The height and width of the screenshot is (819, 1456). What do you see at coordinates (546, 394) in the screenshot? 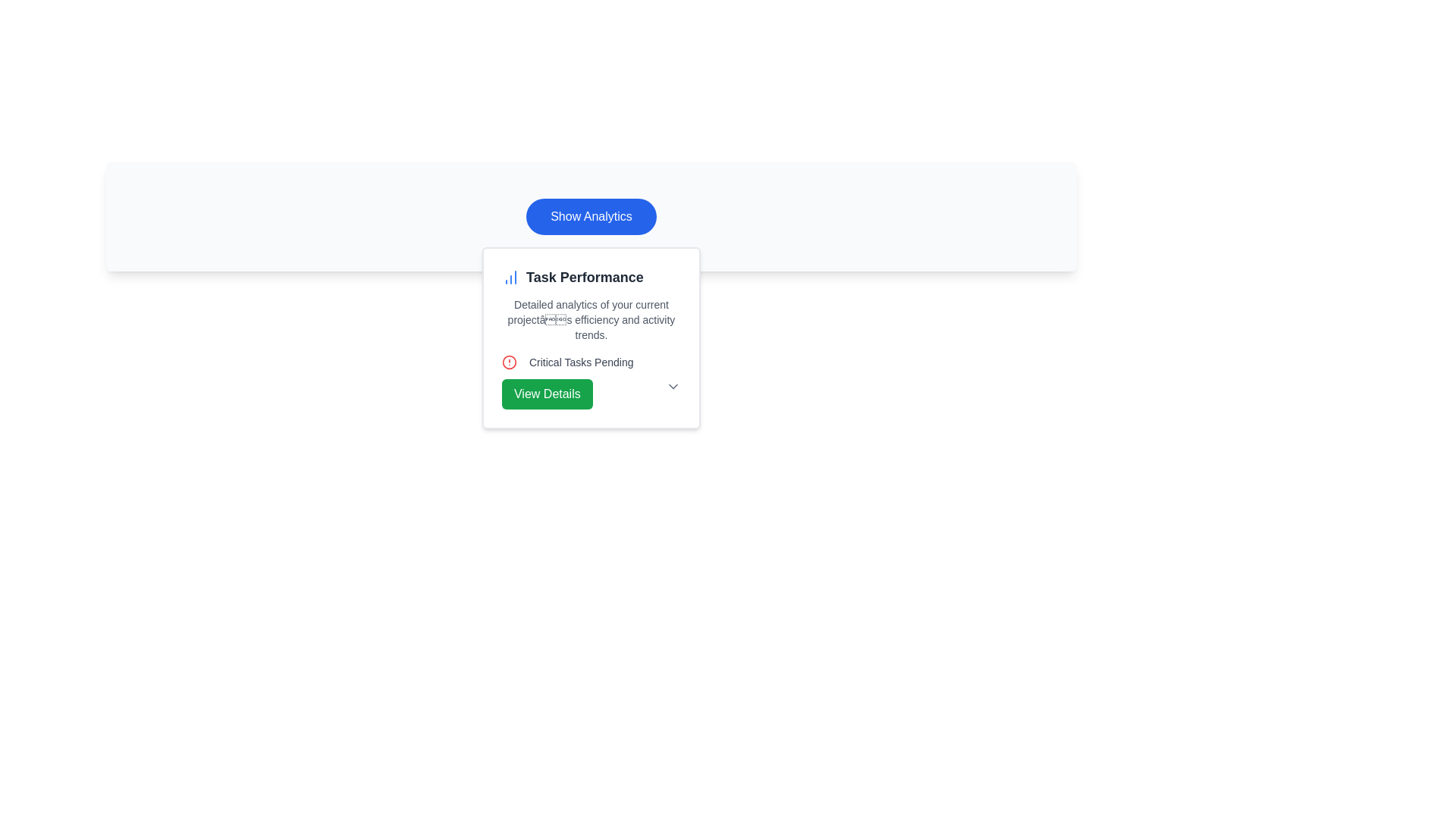
I see `the leftmost button in the 'Task Performance' card to initiate navigation to the detailed view or additional information` at bounding box center [546, 394].